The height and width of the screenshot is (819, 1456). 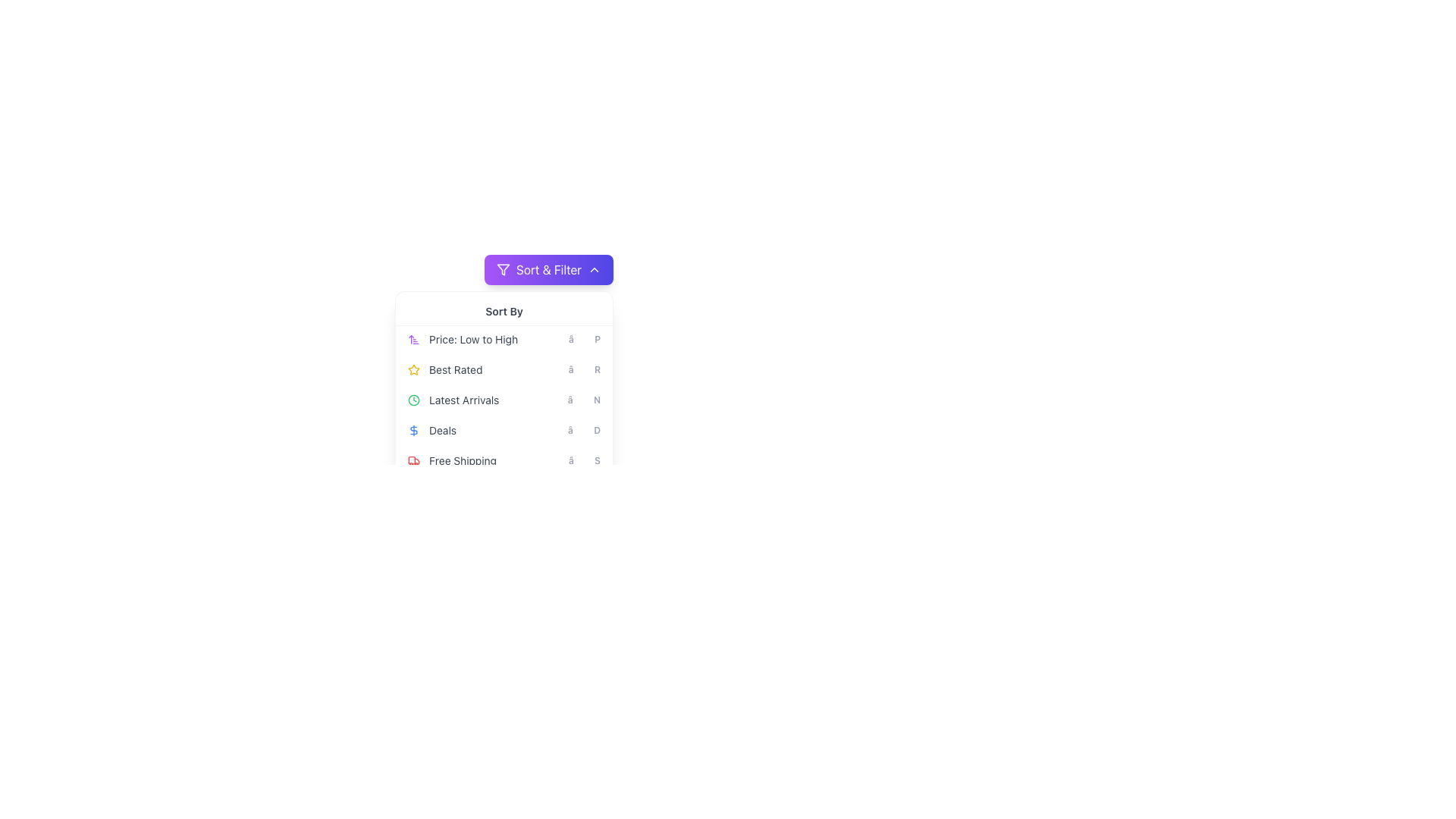 What do you see at coordinates (548, 268) in the screenshot?
I see `the active 'Sort & Filter' button with a gradient background and white icons` at bounding box center [548, 268].